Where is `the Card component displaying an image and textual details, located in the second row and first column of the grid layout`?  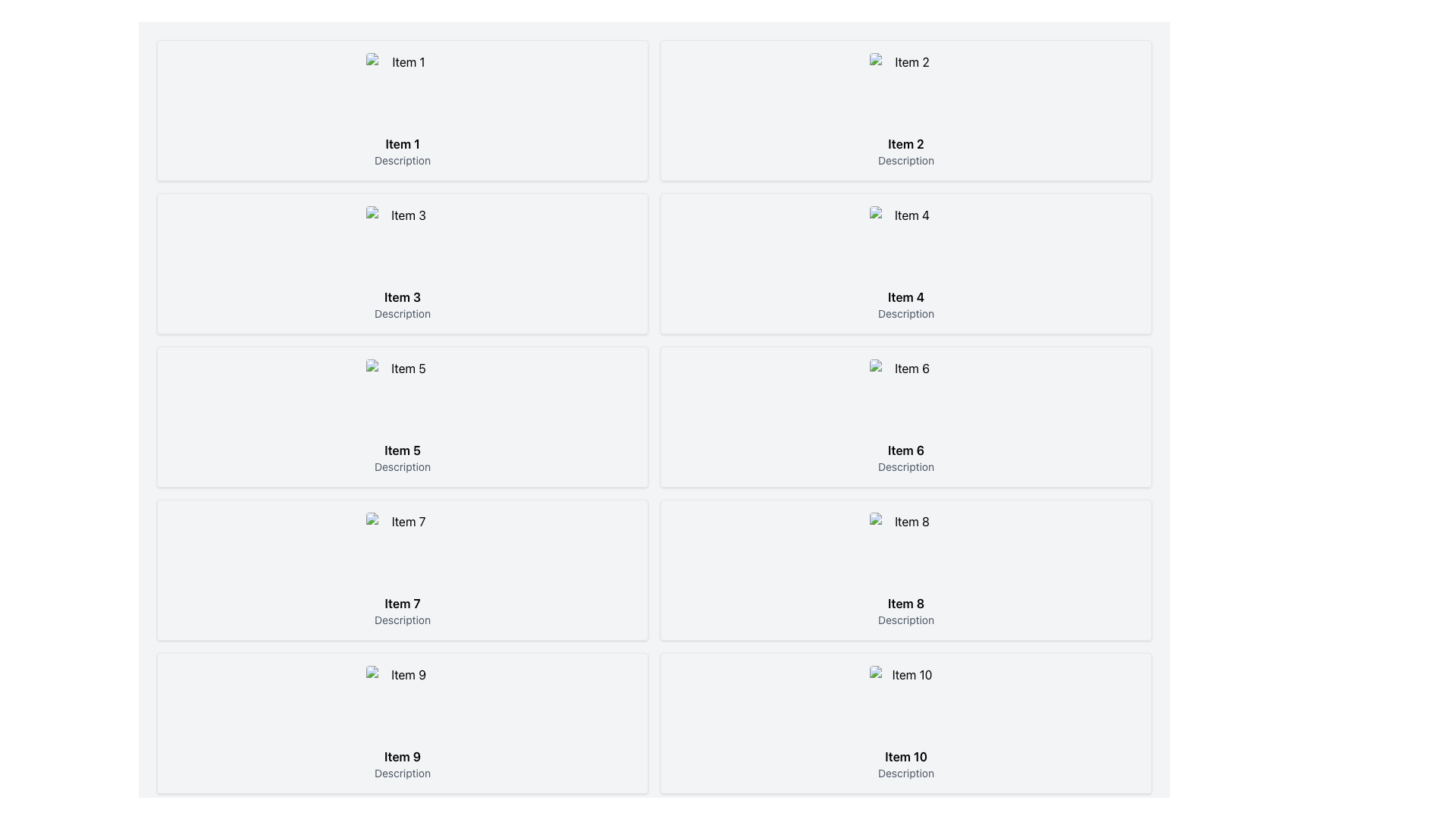 the Card component displaying an image and textual details, located in the second row and first column of the grid layout is located at coordinates (403, 262).